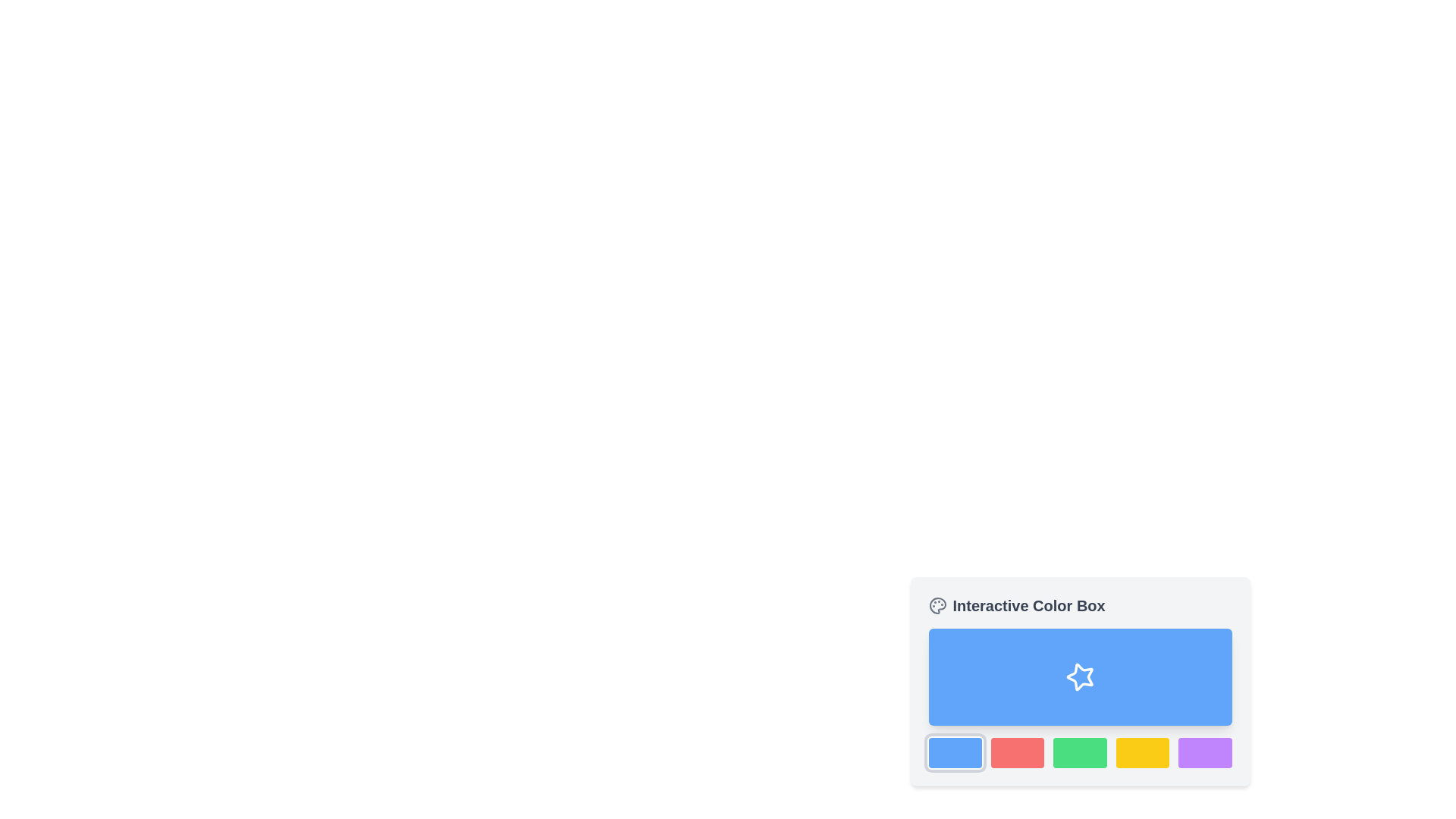  I want to click on the small palette icon, which is a circular shape with multiple dots representing paint colors, located on the left side of the 'Interactive Color Box' text, so click(937, 604).